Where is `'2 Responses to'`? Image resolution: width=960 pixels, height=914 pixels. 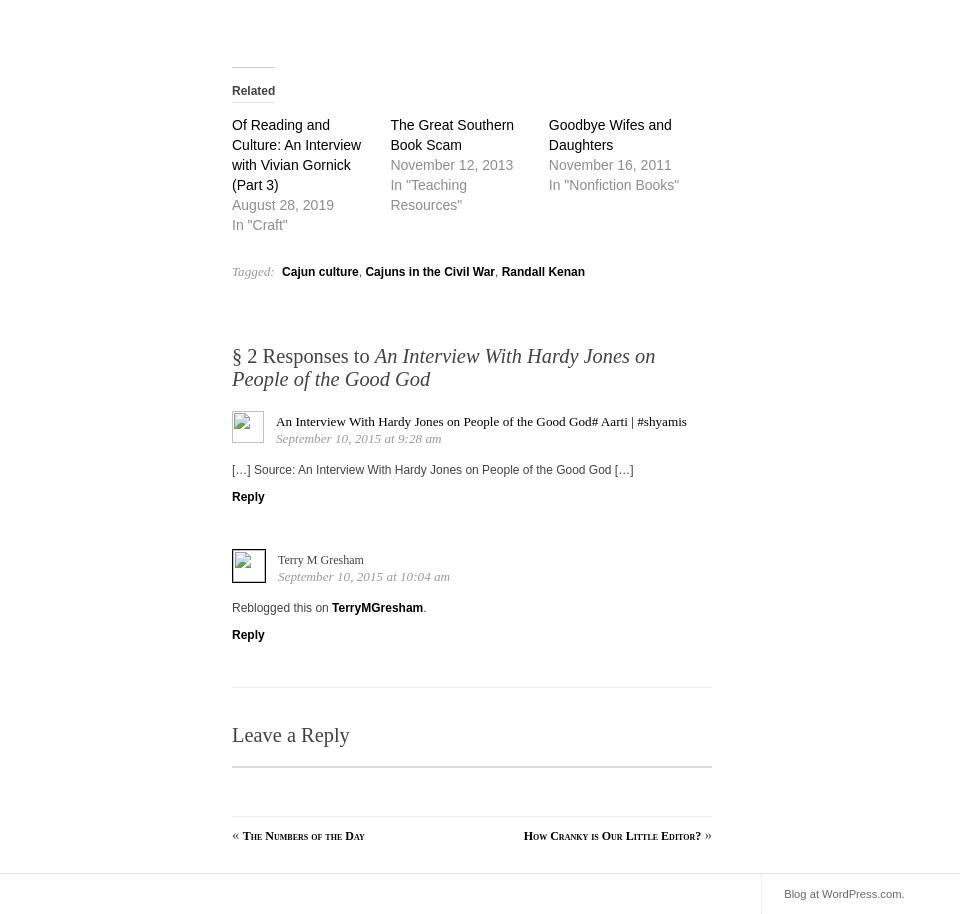
'2 Responses to' is located at coordinates (307, 355).